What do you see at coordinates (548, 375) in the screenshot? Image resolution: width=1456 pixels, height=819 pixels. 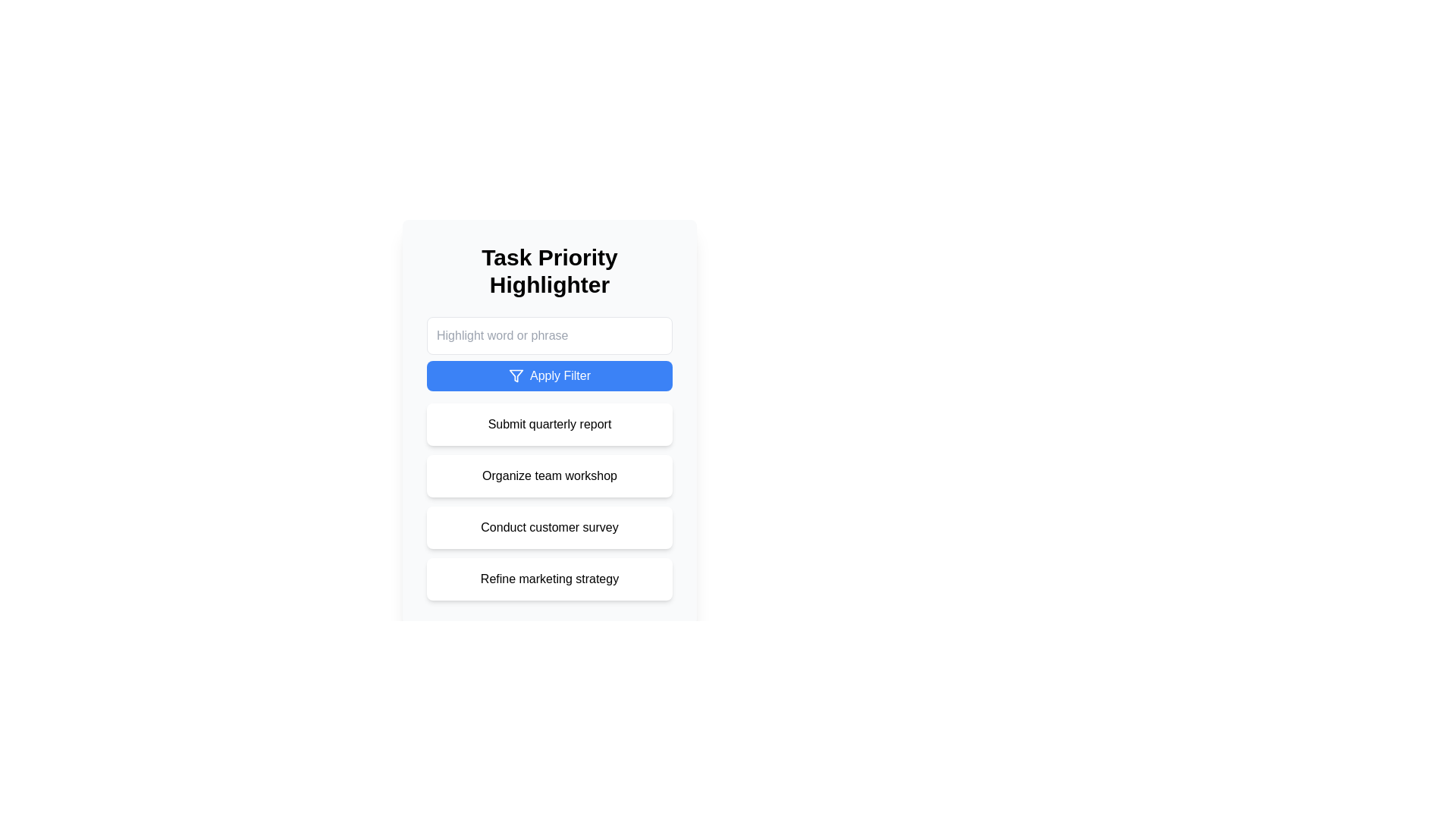 I see `the blue rectangular button labeled 'Apply Filter'` at bounding box center [548, 375].